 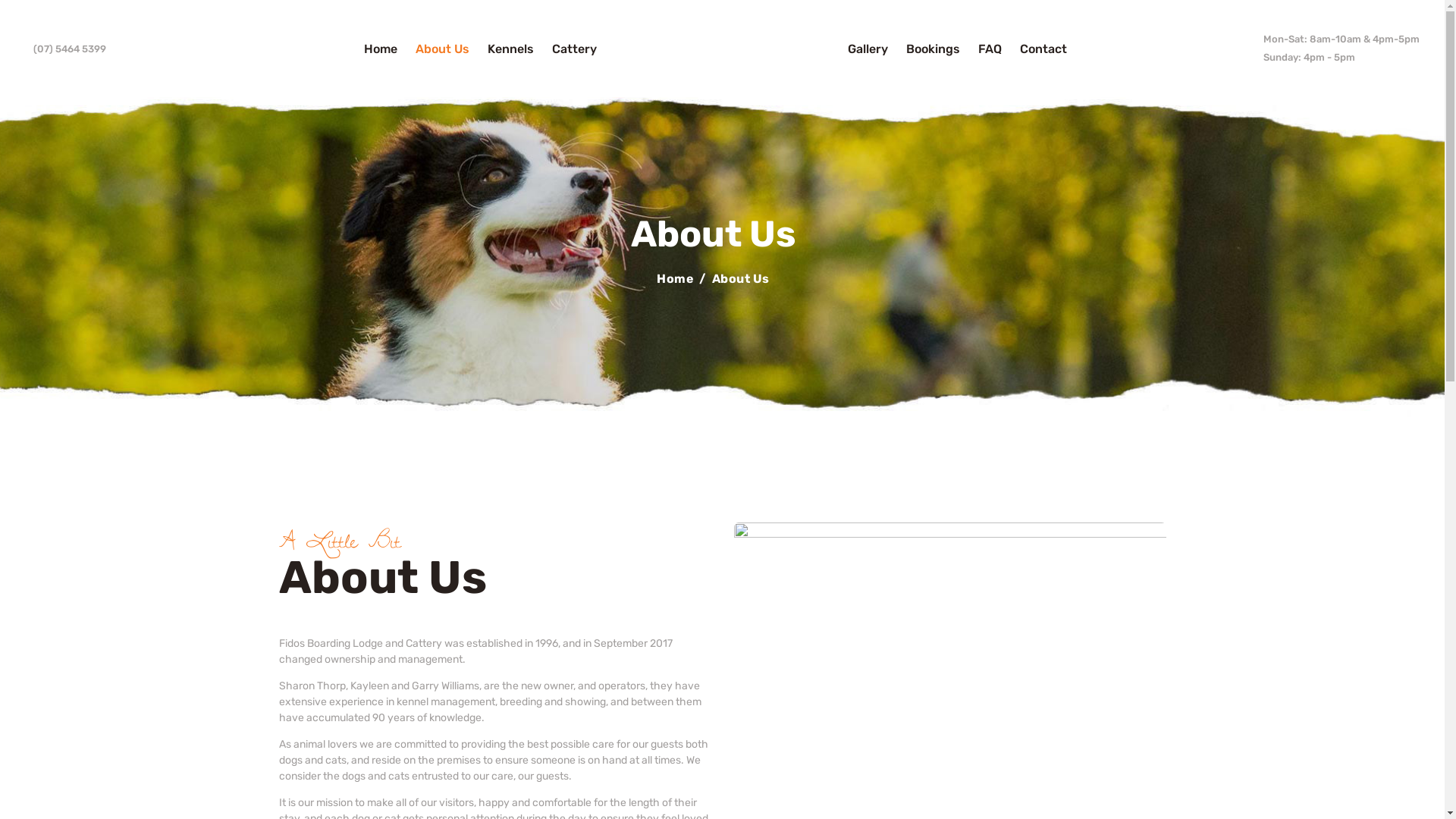 I want to click on 'About Us', so click(x=441, y=48).